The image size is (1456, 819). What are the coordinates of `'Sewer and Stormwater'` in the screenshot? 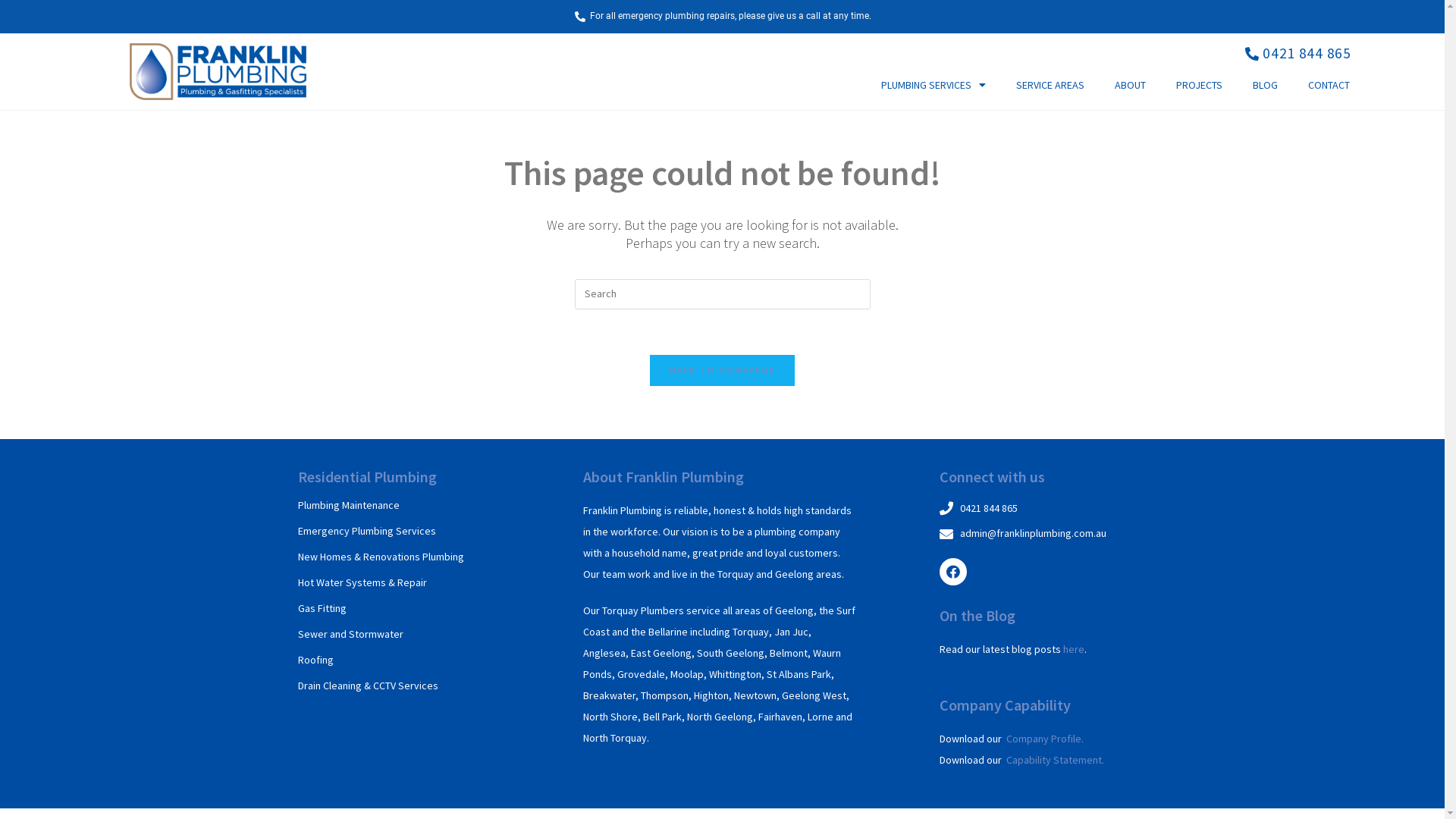 It's located at (349, 634).